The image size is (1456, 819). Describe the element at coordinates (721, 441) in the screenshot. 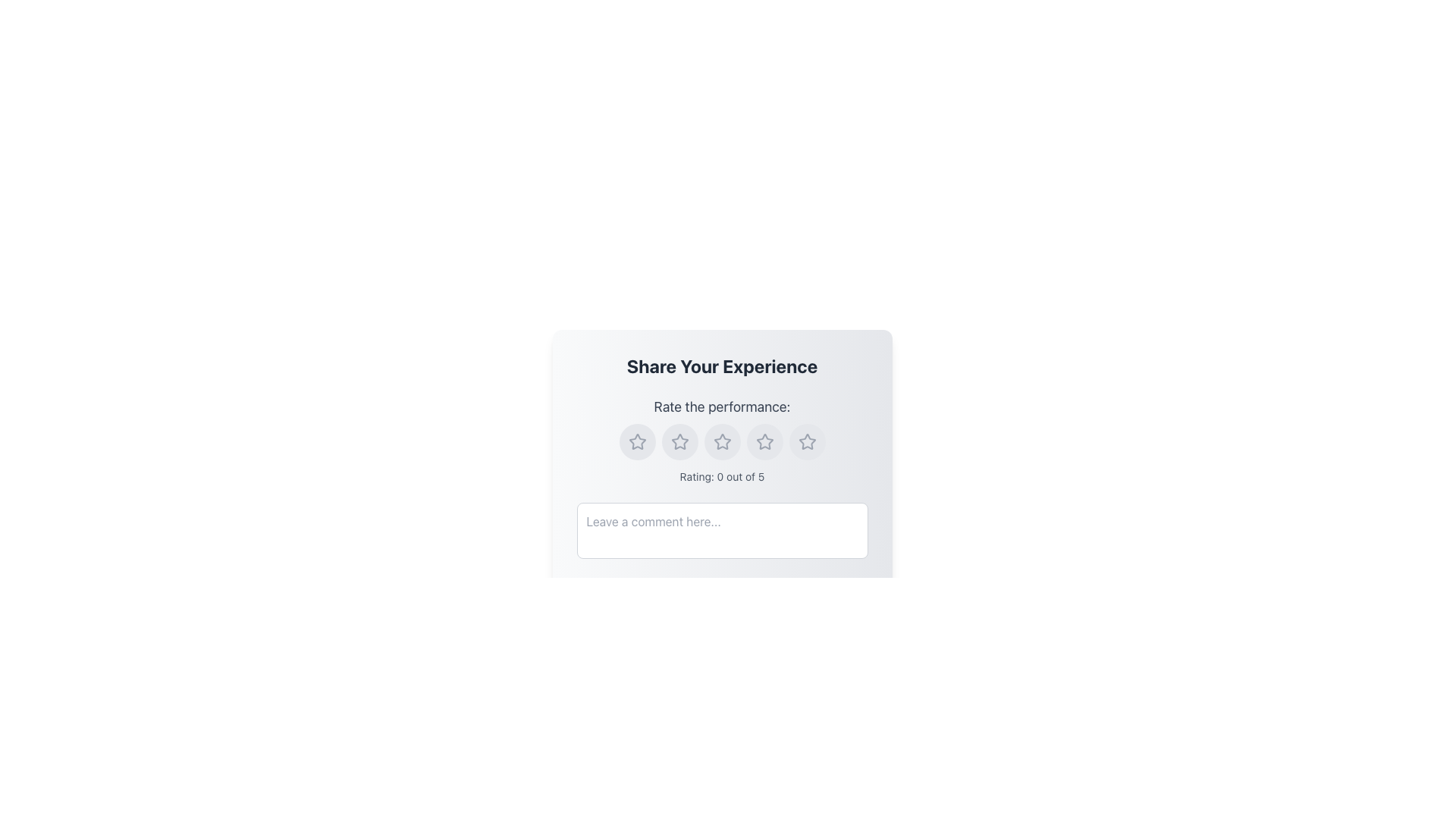

I see `the third star icon in the 5-star rating system, located below 'Rate the performance:' and above 'Rating: 0 out of 5.'` at that location.